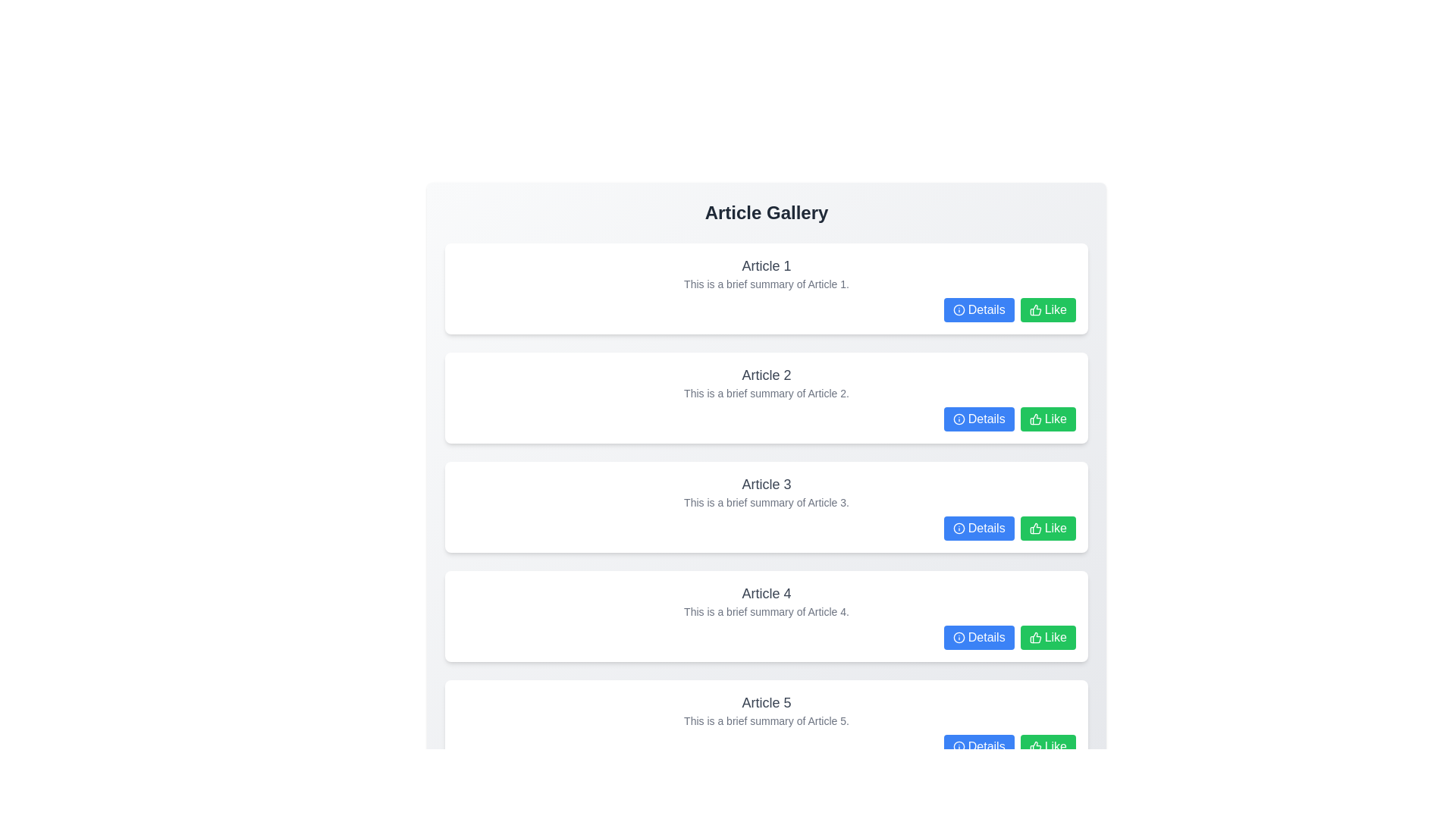 Image resolution: width=1456 pixels, height=819 pixels. What do you see at coordinates (1047, 528) in the screenshot?
I see `the green 'Like' button with a thumbs-up icon, located in the same row as the blue 'Details' button, for visual feedback` at bounding box center [1047, 528].